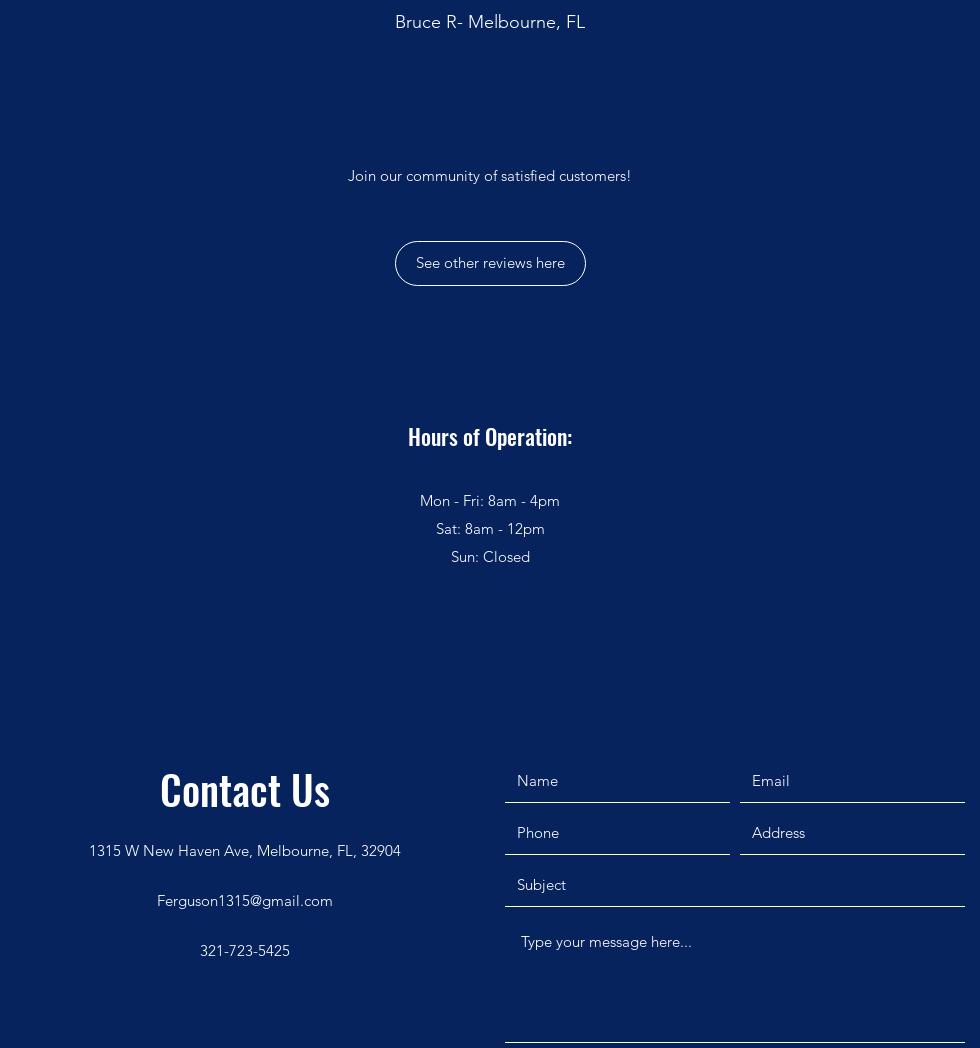  Describe the element at coordinates (245, 949) in the screenshot. I see `'321-723-5425'` at that location.